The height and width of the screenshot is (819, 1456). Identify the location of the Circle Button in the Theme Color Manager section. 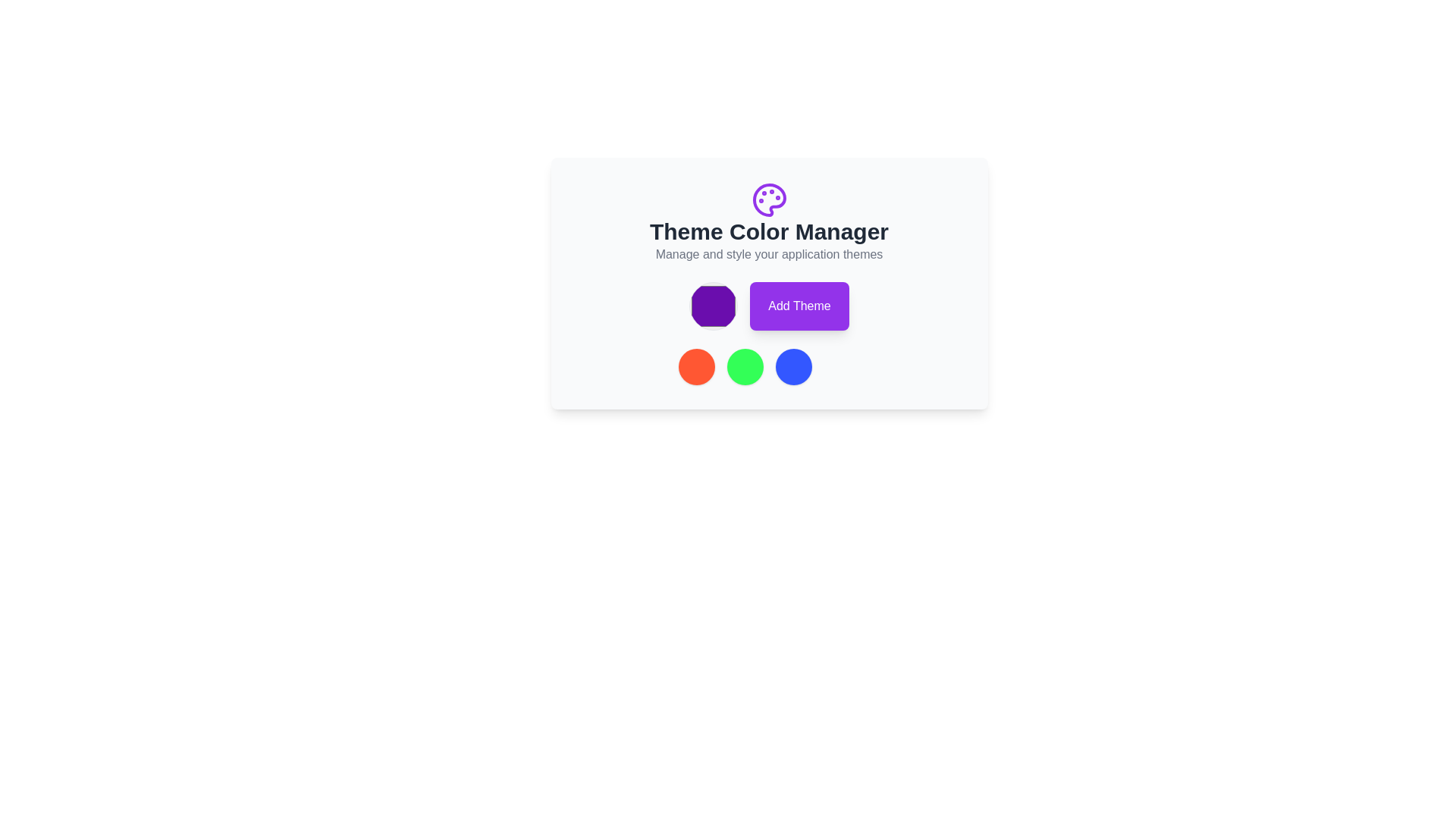
(695, 366).